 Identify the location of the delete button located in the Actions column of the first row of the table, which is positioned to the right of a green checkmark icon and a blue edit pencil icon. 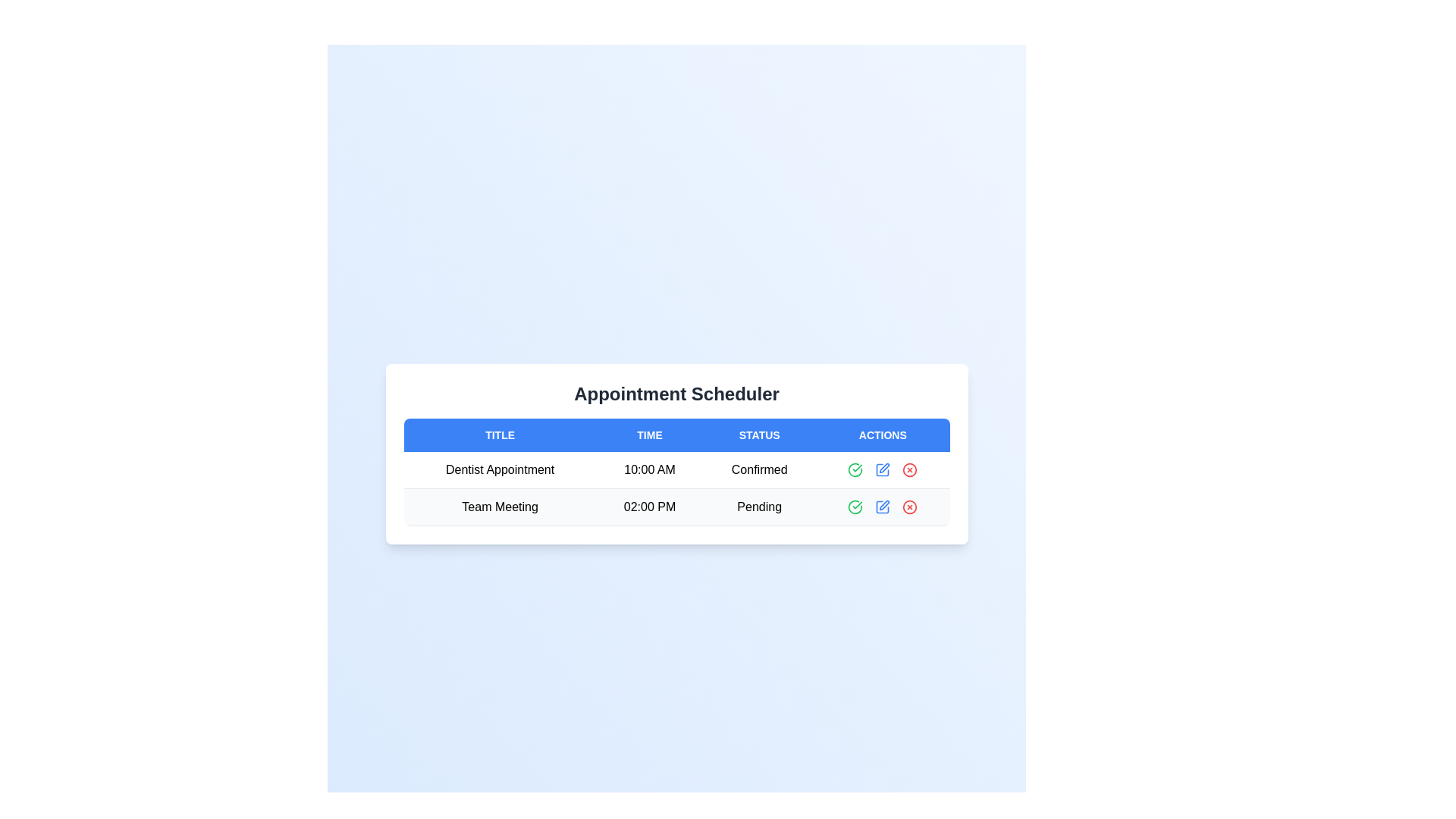
(910, 469).